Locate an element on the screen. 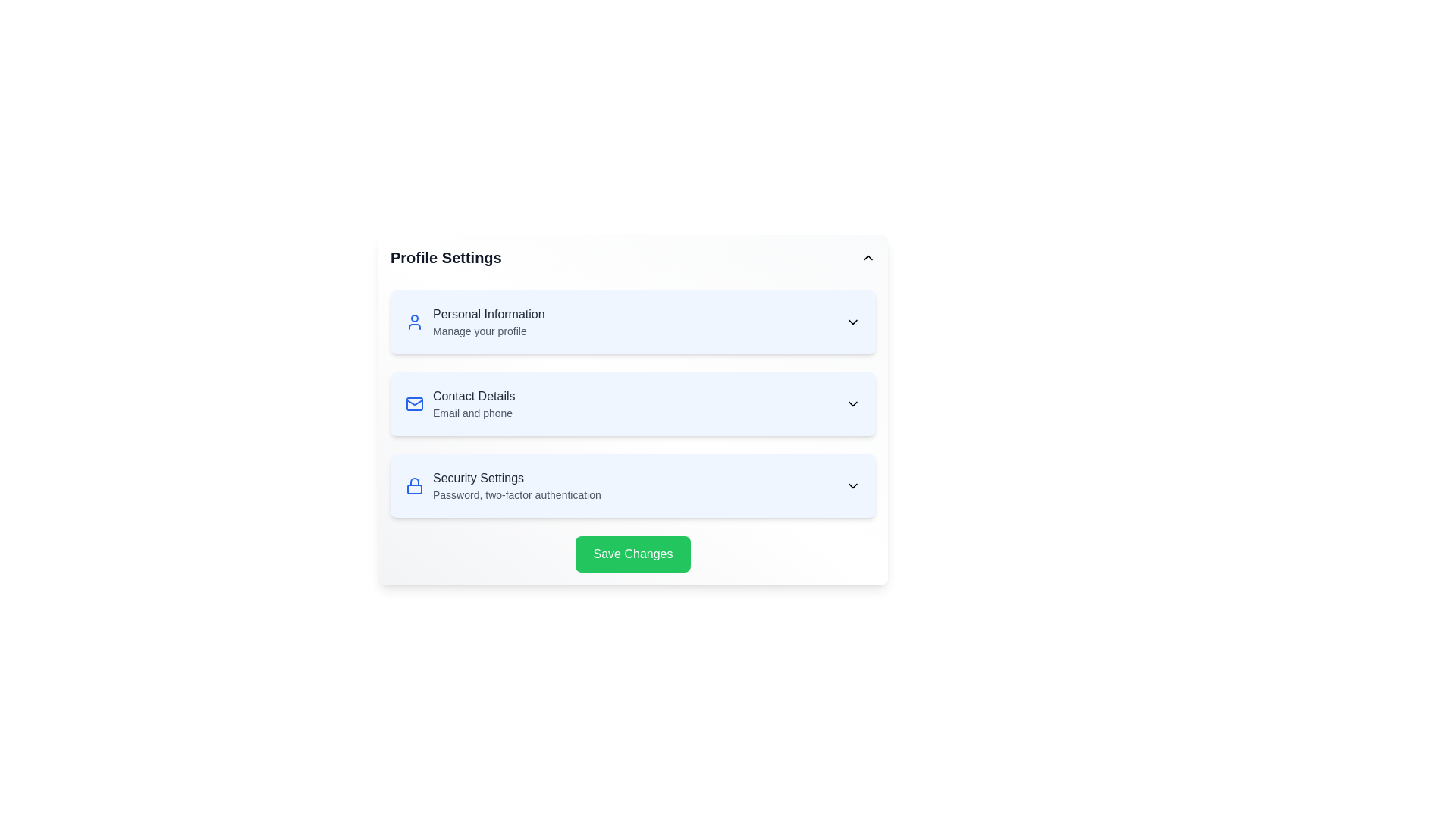  the 'Contact Details' text label, which is styled in dark-gray and serves as a heading within the second collapsible section of the layout is located at coordinates (473, 396).